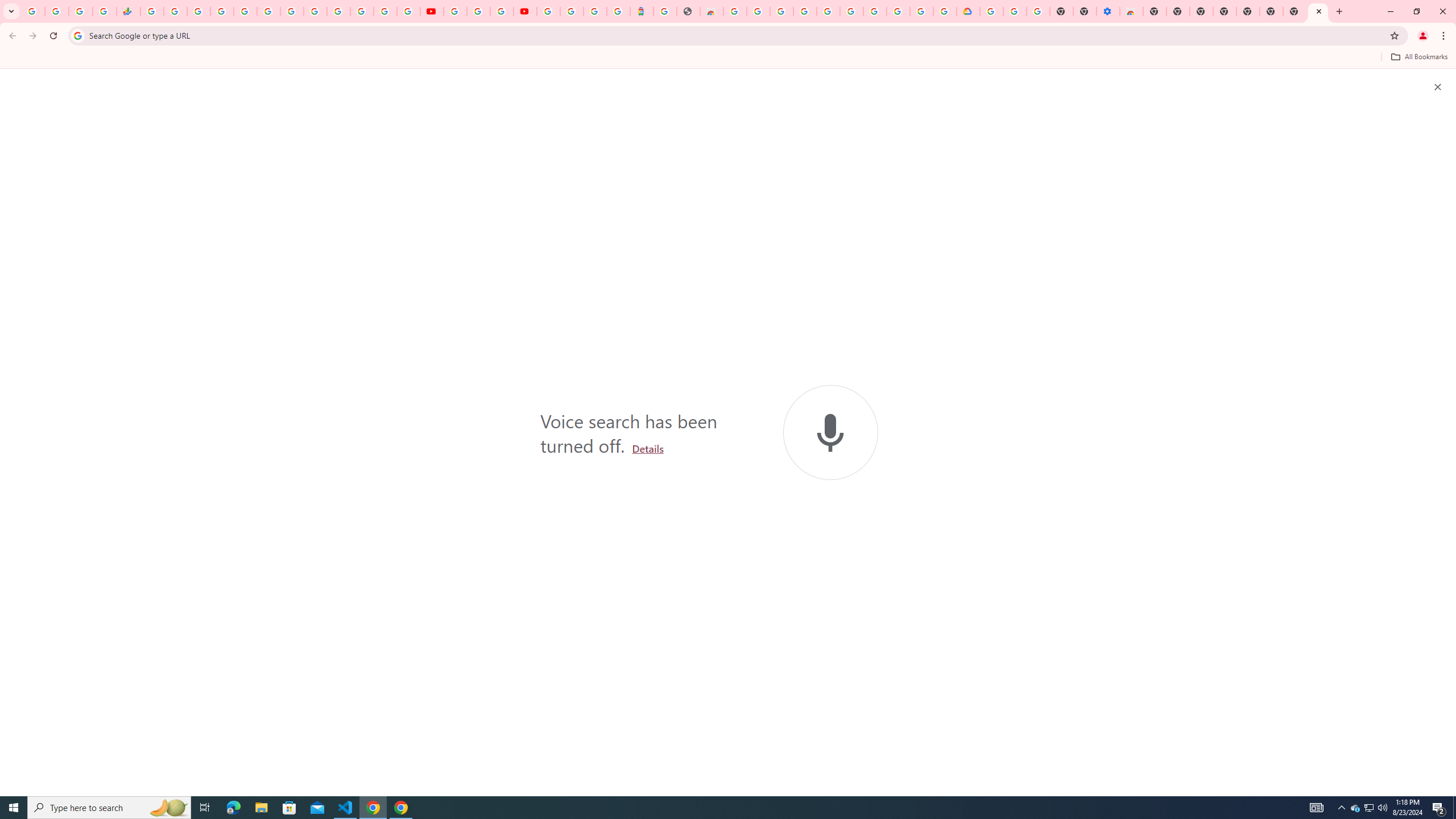 Image resolution: width=1456 pixels, height=819 pixels. Describe the element at coordinates (524, 11) in the screenshot. I see `'Content Creator Programs & Opportunities - YouTube Creators'` at that location.